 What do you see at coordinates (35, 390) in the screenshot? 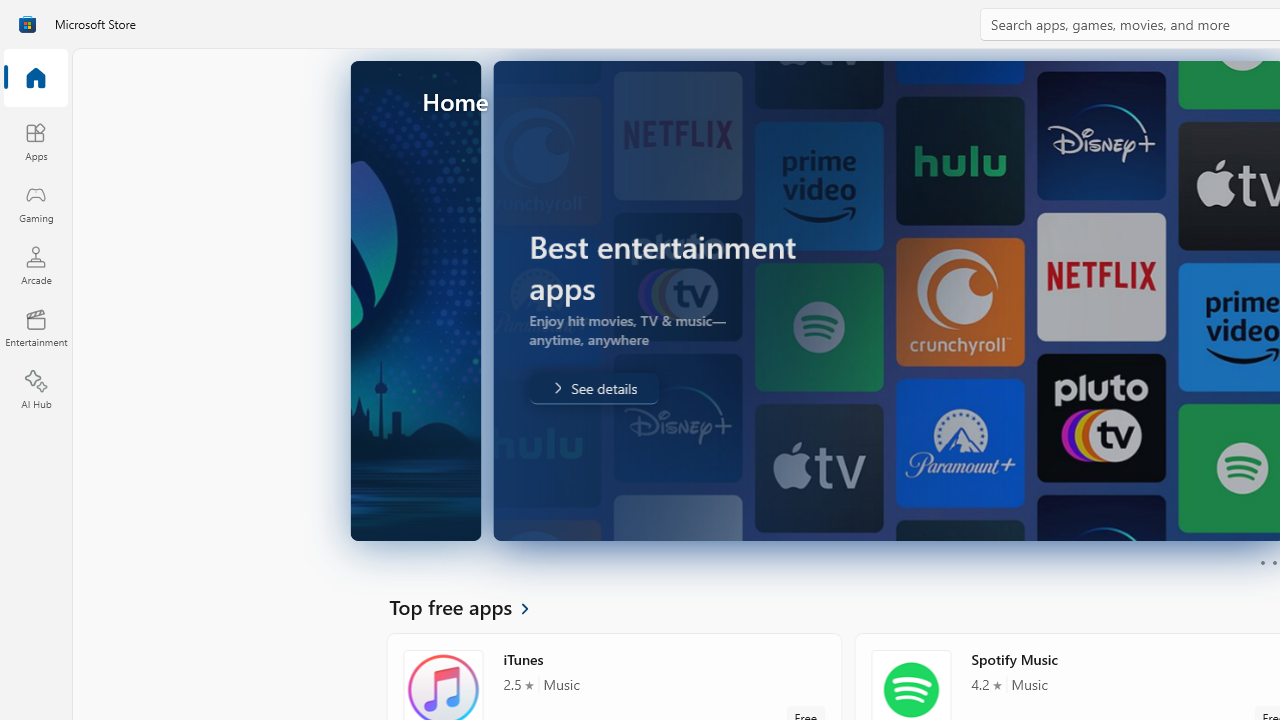
I see `'AI Hub'` at bounding box center [35, 390].